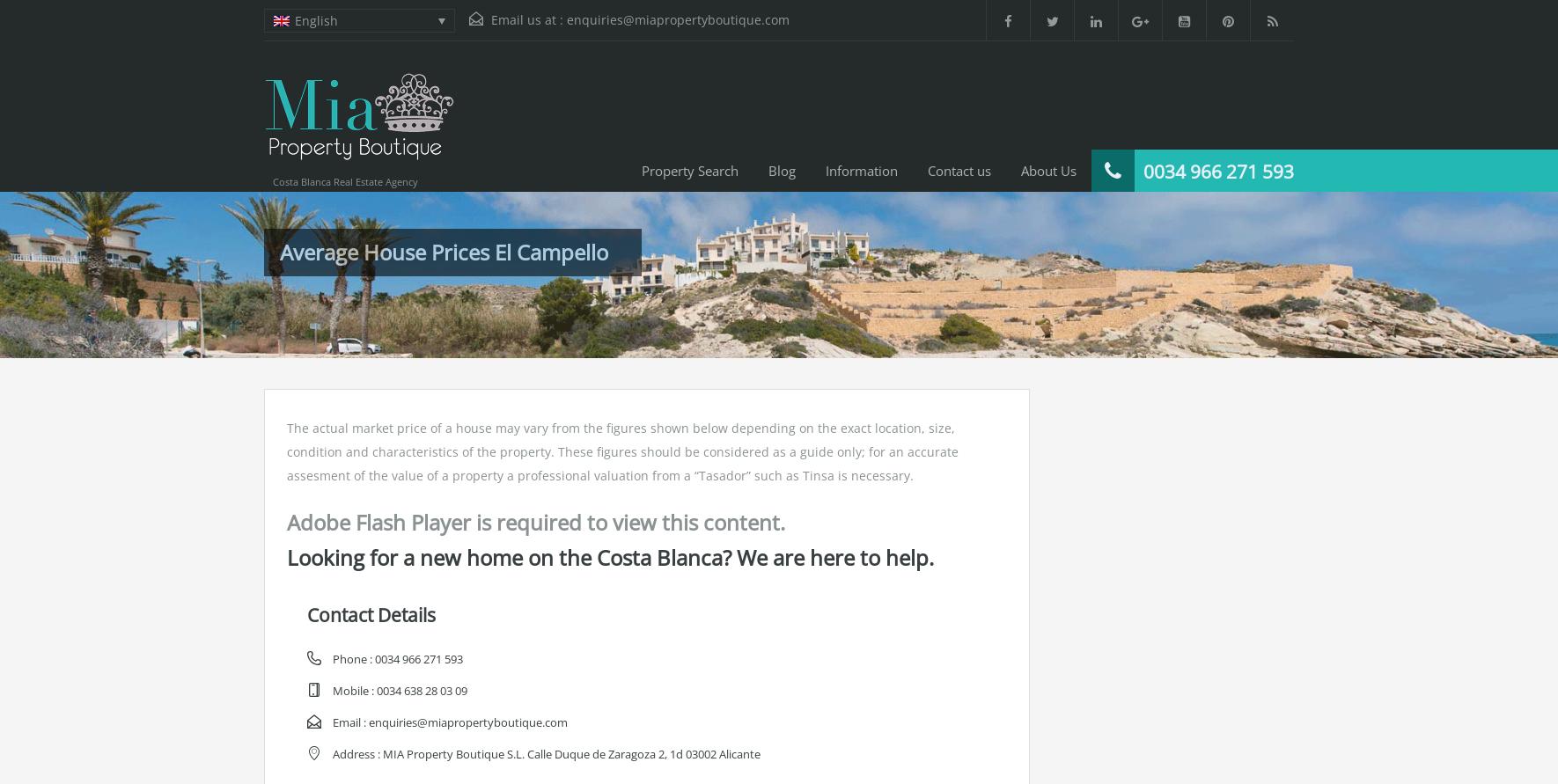  What do you see at coordinates (525, 19) in the screenshot?
I see `'Email us at :'` at bounding box center [525, 19].